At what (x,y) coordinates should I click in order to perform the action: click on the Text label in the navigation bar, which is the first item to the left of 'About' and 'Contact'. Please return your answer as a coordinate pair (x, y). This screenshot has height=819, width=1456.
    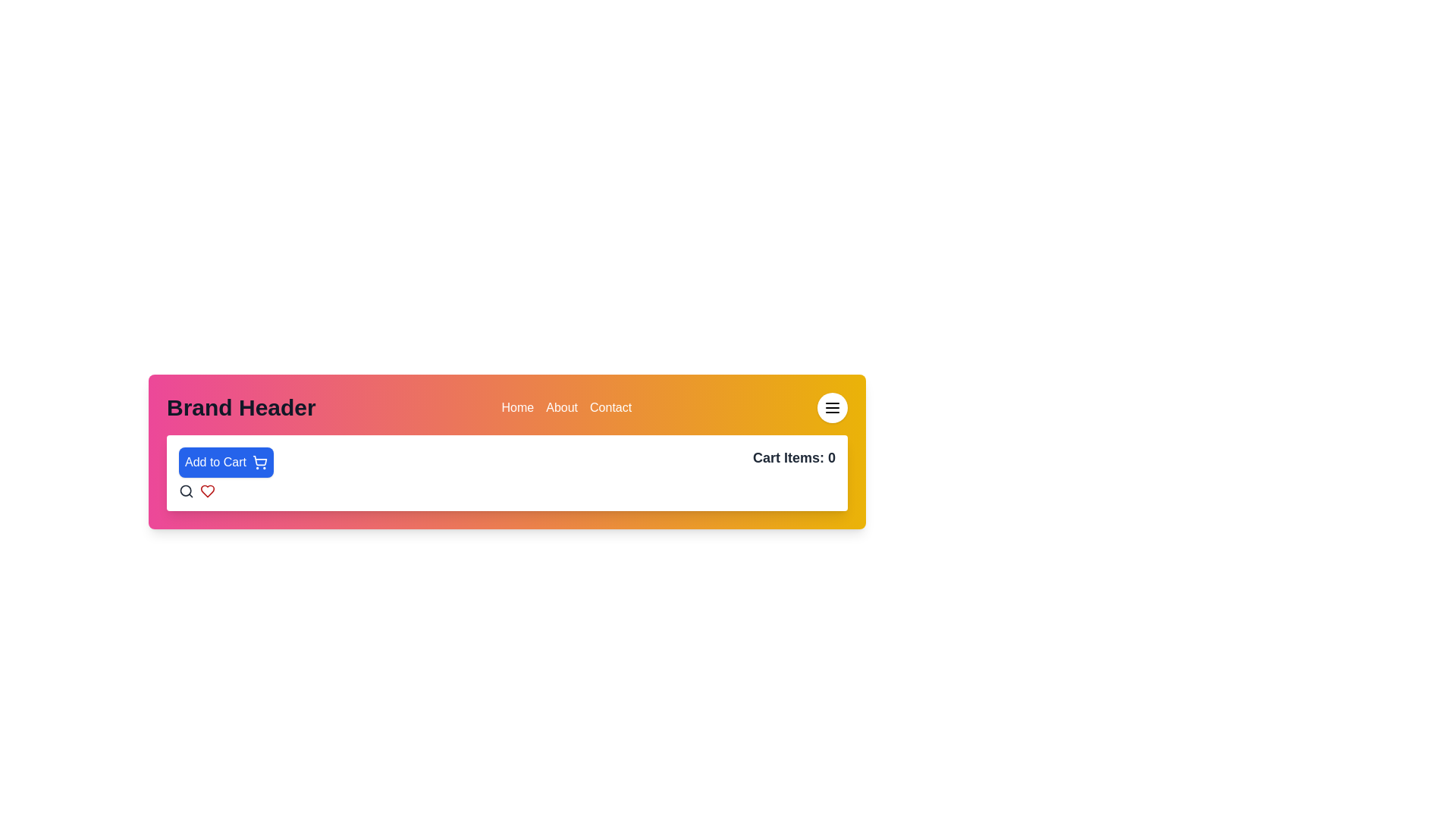
    Looking at the image, I should click on (517, 406).